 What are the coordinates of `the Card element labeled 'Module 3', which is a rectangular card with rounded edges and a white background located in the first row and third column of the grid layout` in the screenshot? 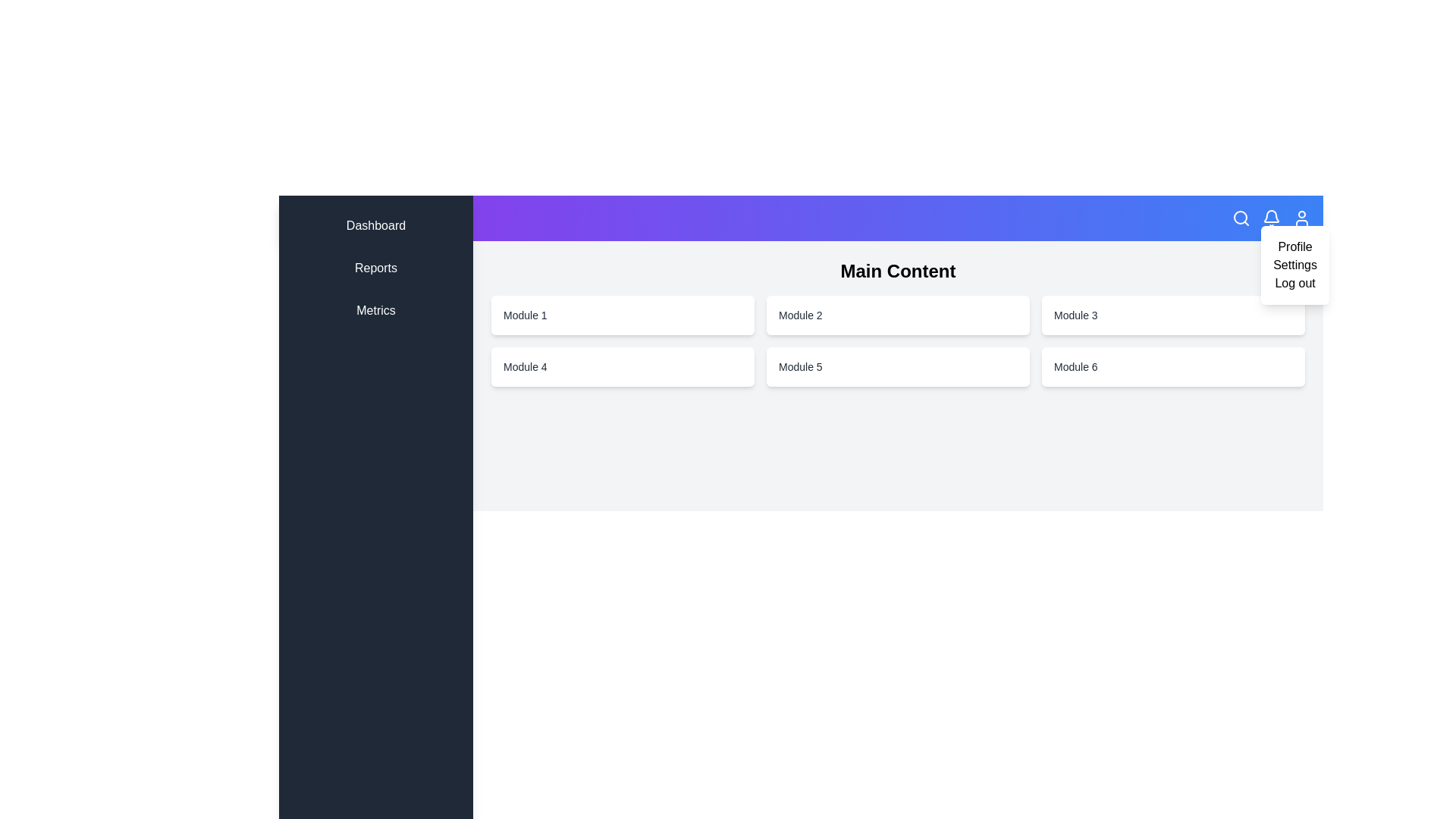 It's located at (1172, 315).